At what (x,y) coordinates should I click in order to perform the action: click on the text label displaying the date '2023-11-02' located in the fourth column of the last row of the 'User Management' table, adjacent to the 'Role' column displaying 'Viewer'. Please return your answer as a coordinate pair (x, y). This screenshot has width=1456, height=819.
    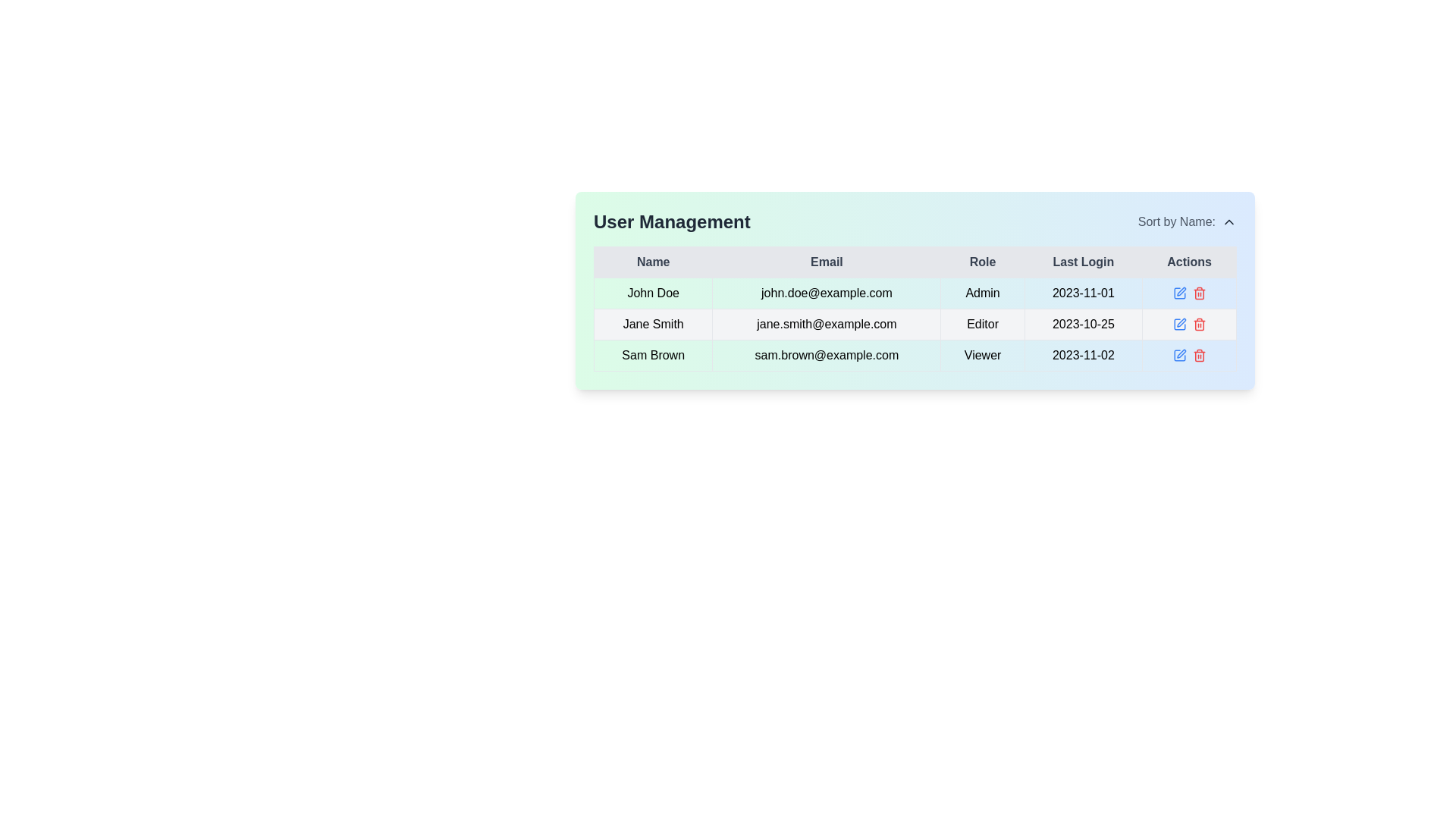
    Looking at the image, I should click on (1082, 356).